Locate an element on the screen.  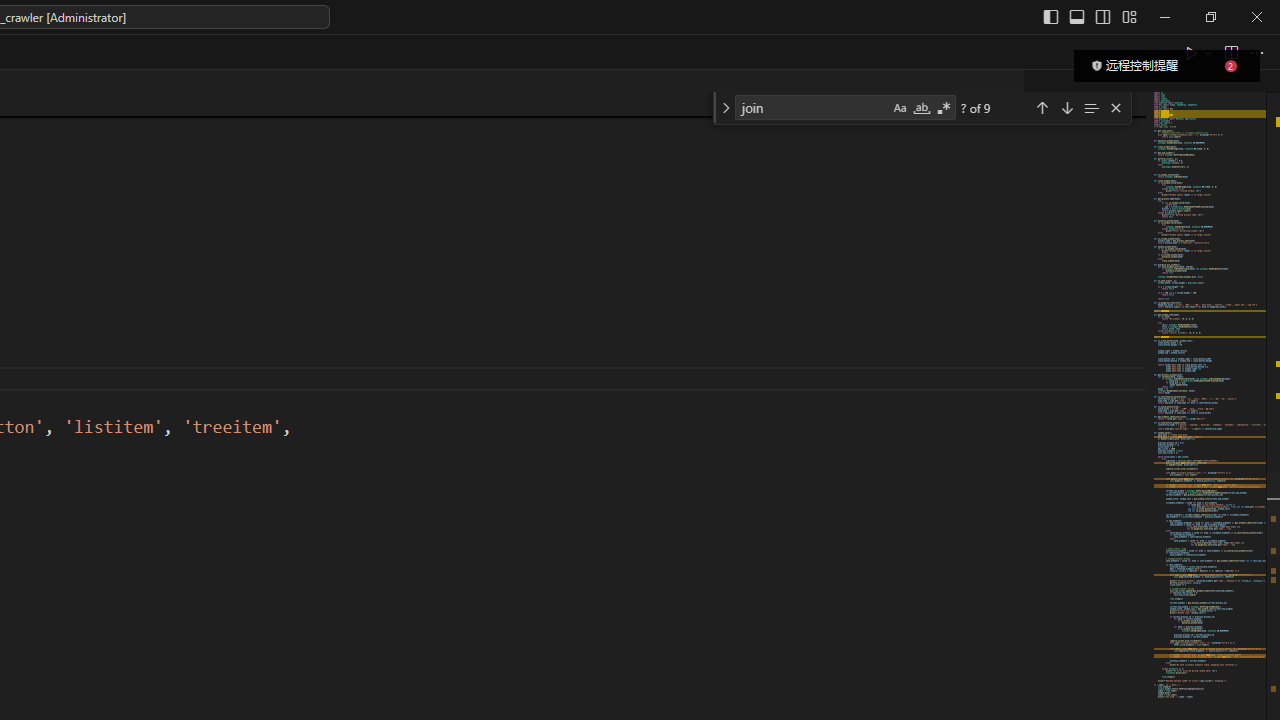
'Toggle Replace' is located at coordinates (724, 108).